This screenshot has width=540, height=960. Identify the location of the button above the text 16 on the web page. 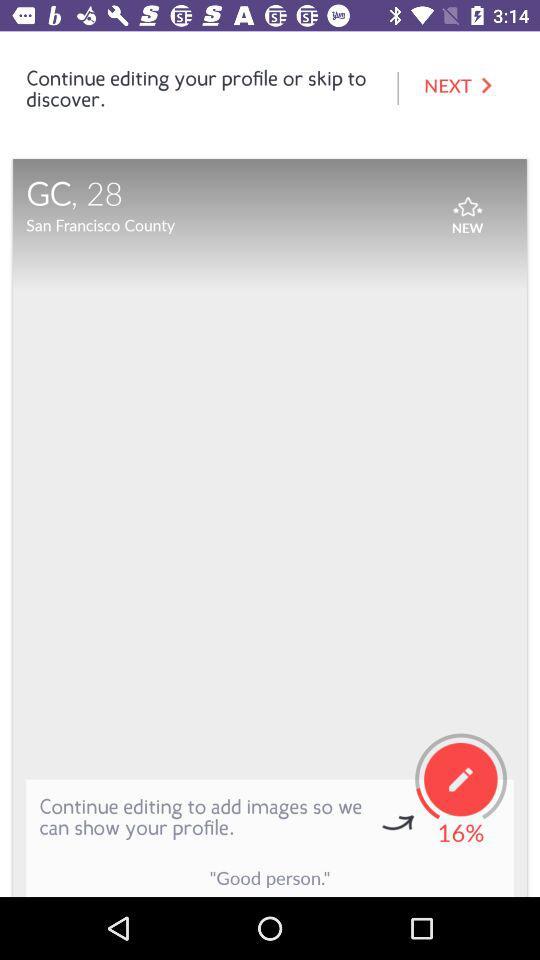
(460, 778).